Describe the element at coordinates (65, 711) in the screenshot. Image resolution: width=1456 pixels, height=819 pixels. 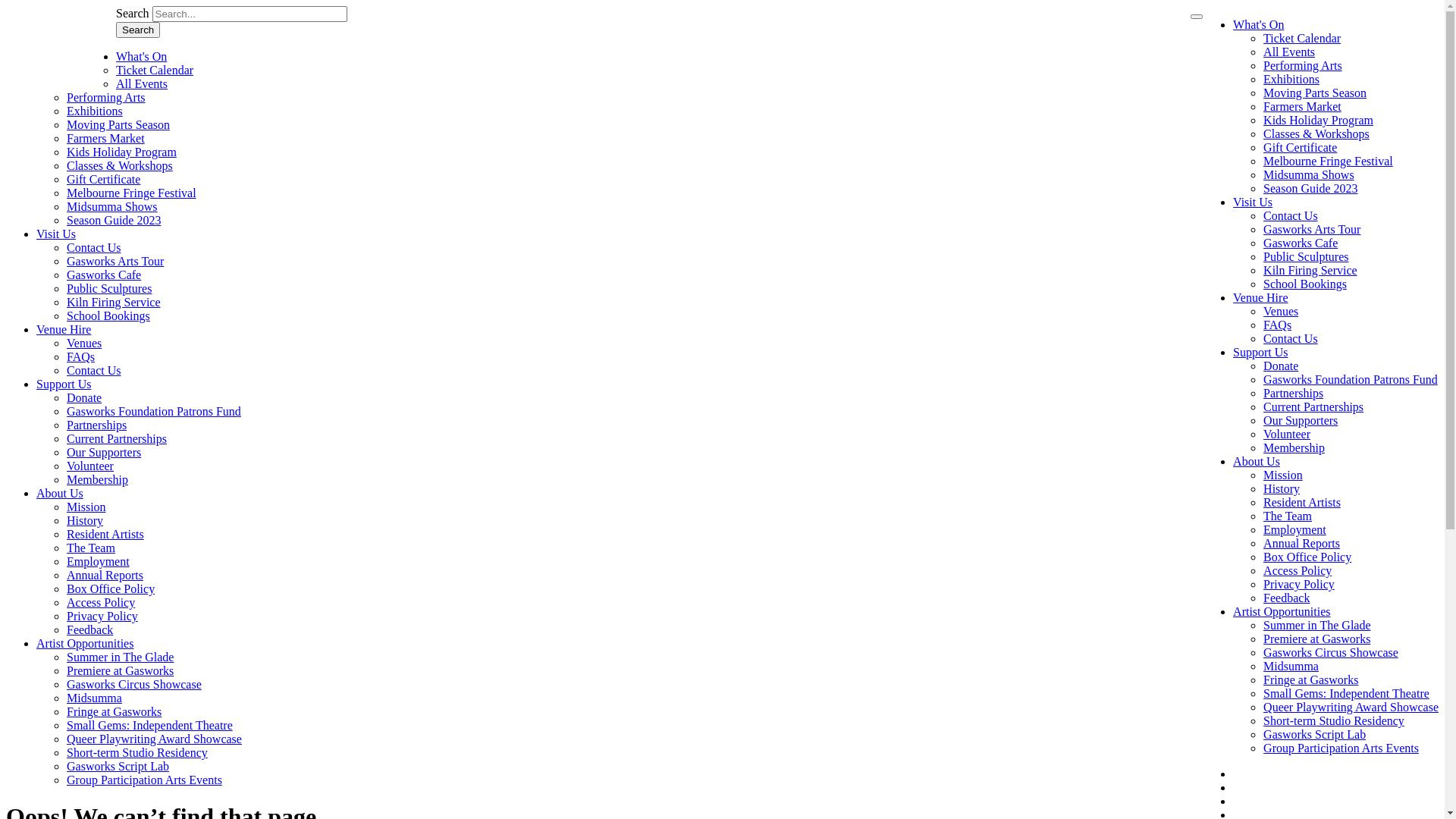
I see `'Fringe at Gasworks'` at that location.